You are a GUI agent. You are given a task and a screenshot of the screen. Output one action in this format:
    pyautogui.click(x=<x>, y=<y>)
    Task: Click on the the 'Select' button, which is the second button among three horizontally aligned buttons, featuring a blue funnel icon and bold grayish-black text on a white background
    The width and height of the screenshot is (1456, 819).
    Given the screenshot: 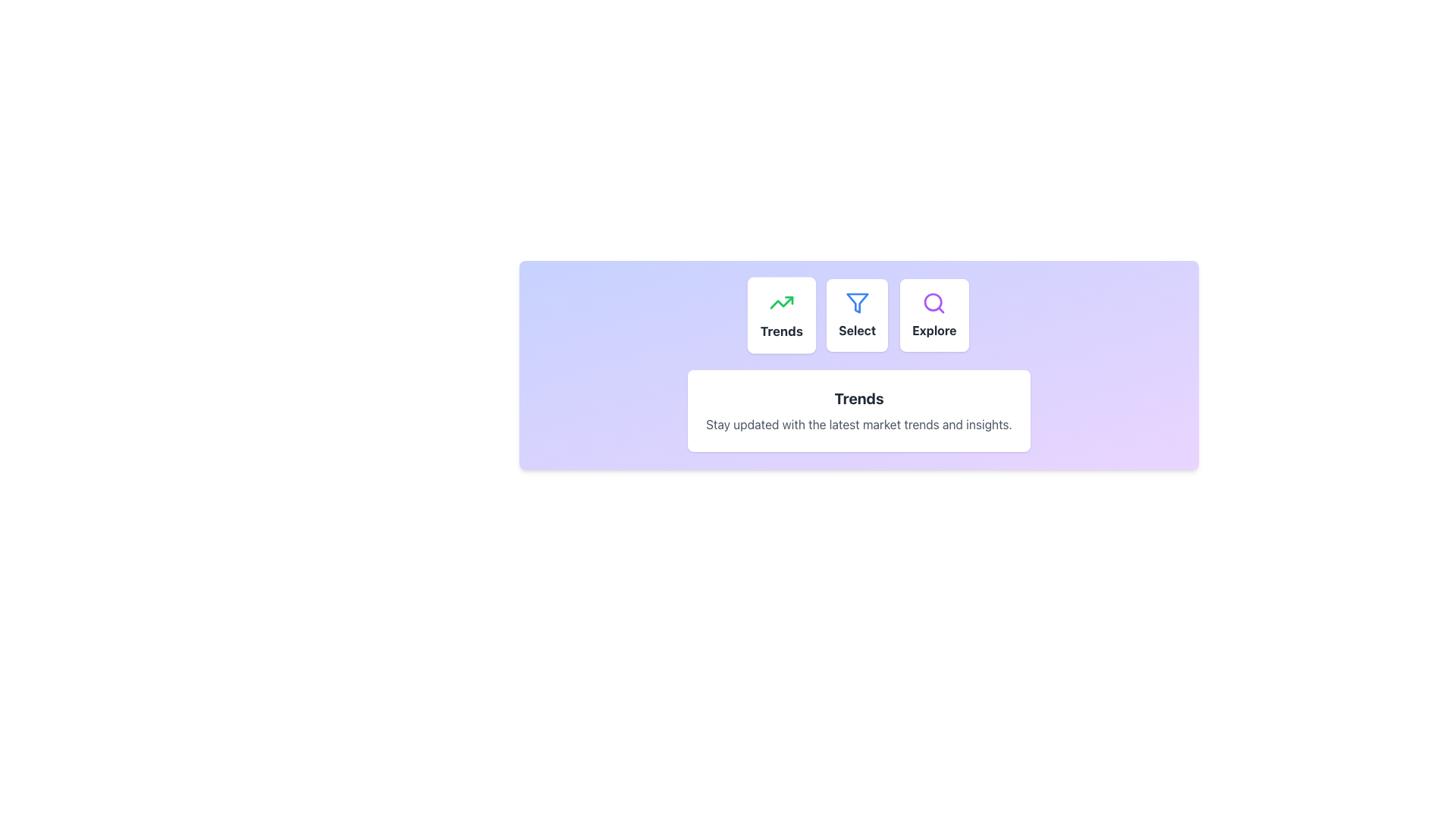 What is the action you would take?
    pyautogui.click(x=858, y=315)
    